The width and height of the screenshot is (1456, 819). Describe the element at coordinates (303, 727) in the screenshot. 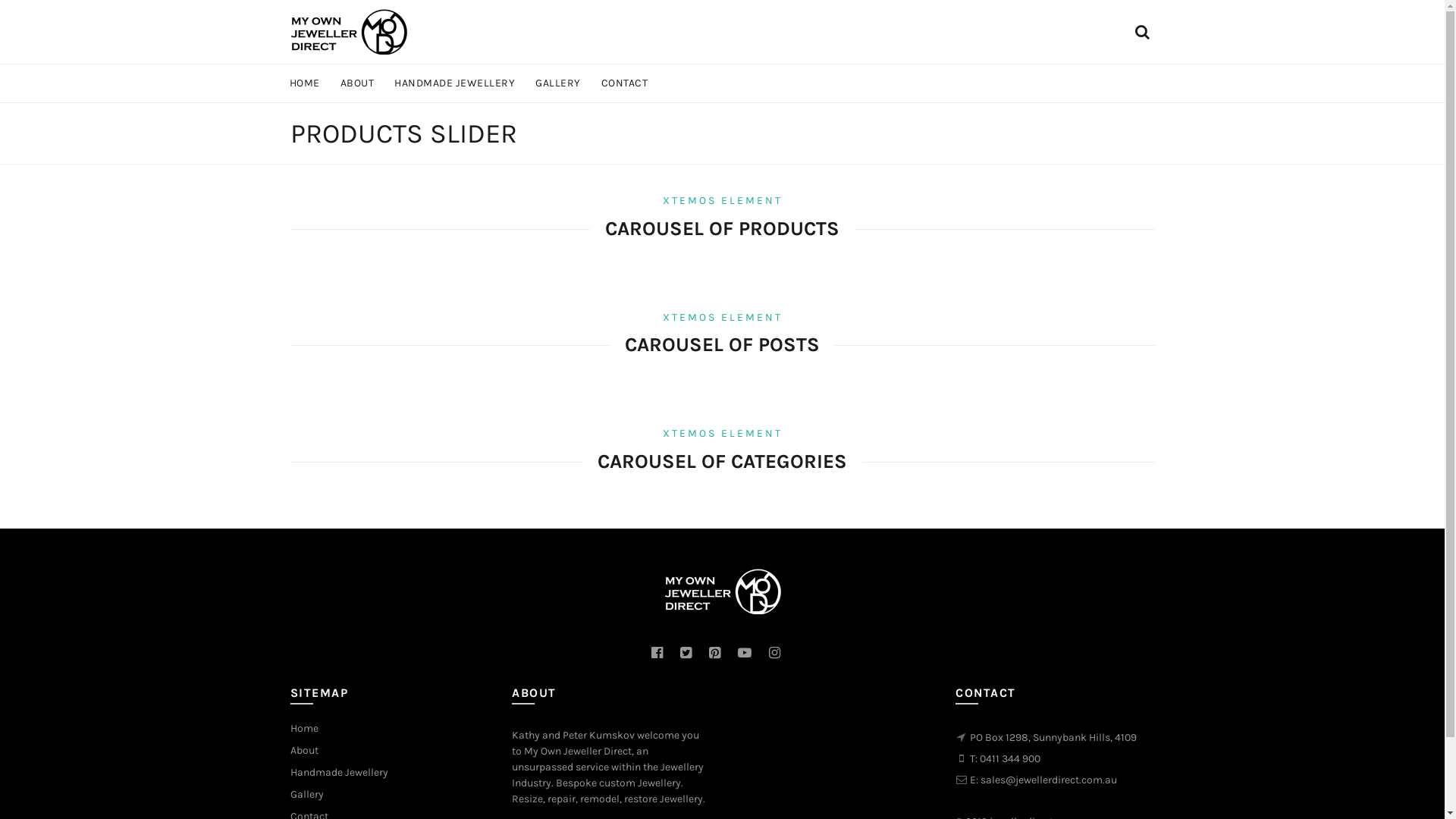

I see `'Home'` at that location.